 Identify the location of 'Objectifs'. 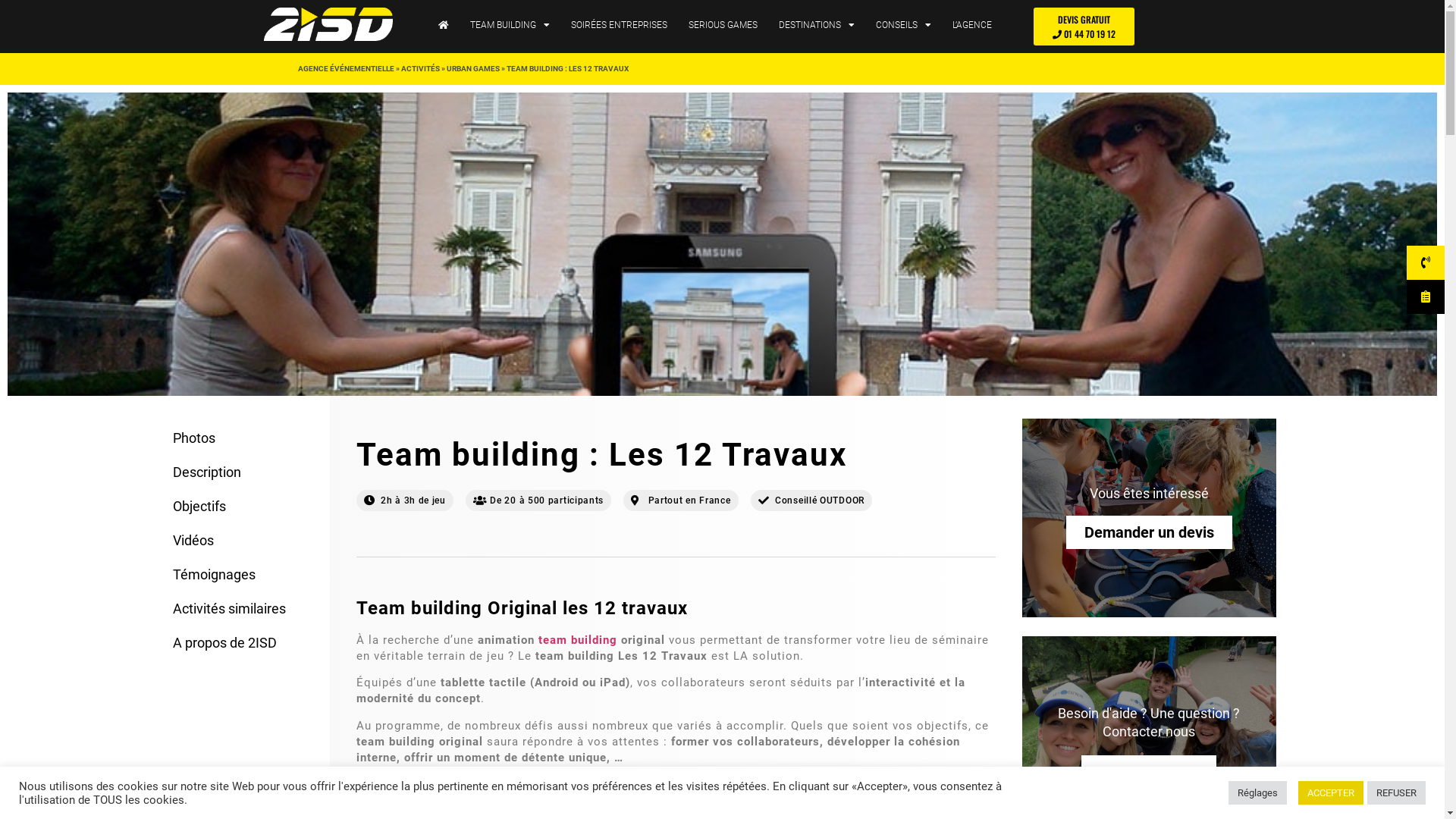
(168, 506).